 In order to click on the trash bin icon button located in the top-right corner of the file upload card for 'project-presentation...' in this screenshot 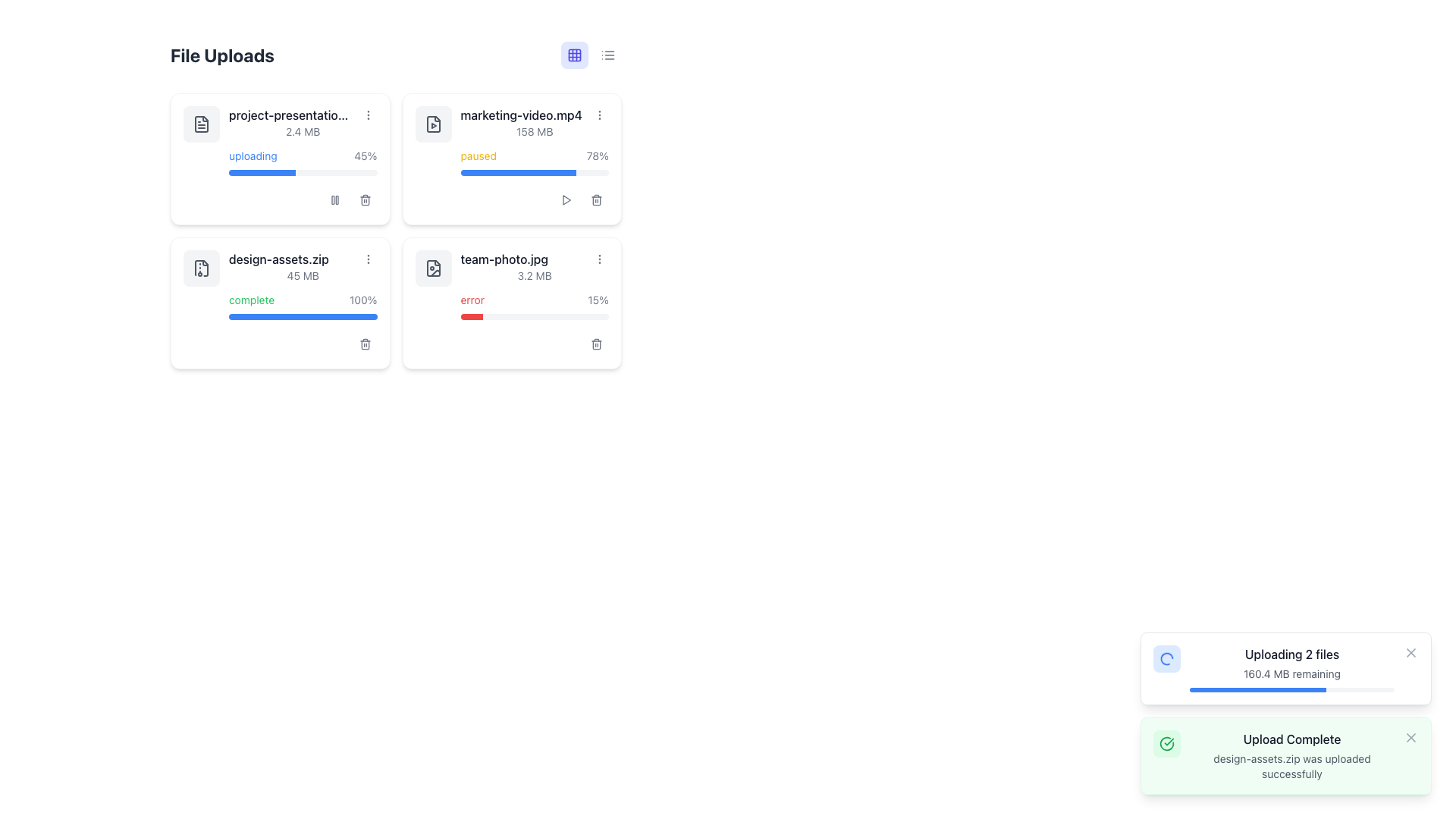, I will do `click(365, 199)`.